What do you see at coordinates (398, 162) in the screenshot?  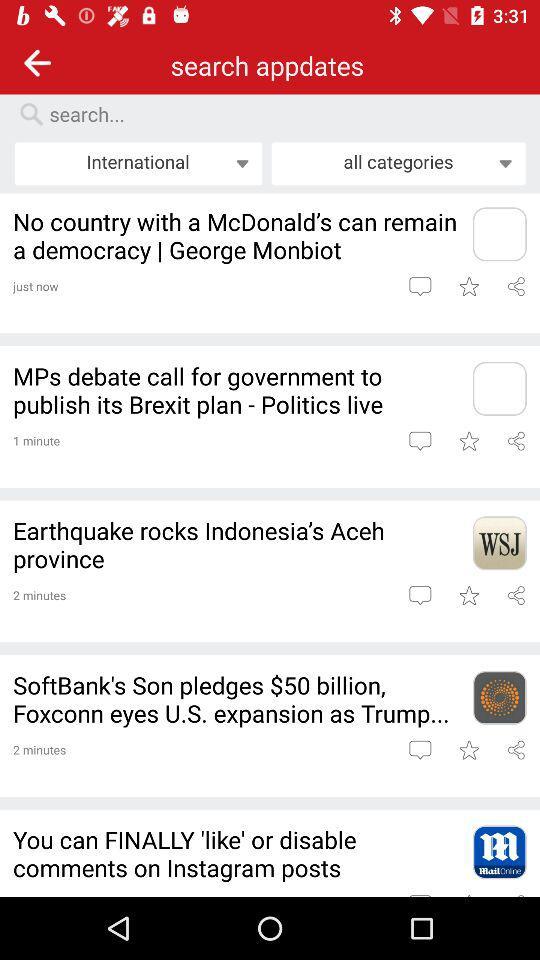 I see `all categories icon` at bounding box center [398, 162].